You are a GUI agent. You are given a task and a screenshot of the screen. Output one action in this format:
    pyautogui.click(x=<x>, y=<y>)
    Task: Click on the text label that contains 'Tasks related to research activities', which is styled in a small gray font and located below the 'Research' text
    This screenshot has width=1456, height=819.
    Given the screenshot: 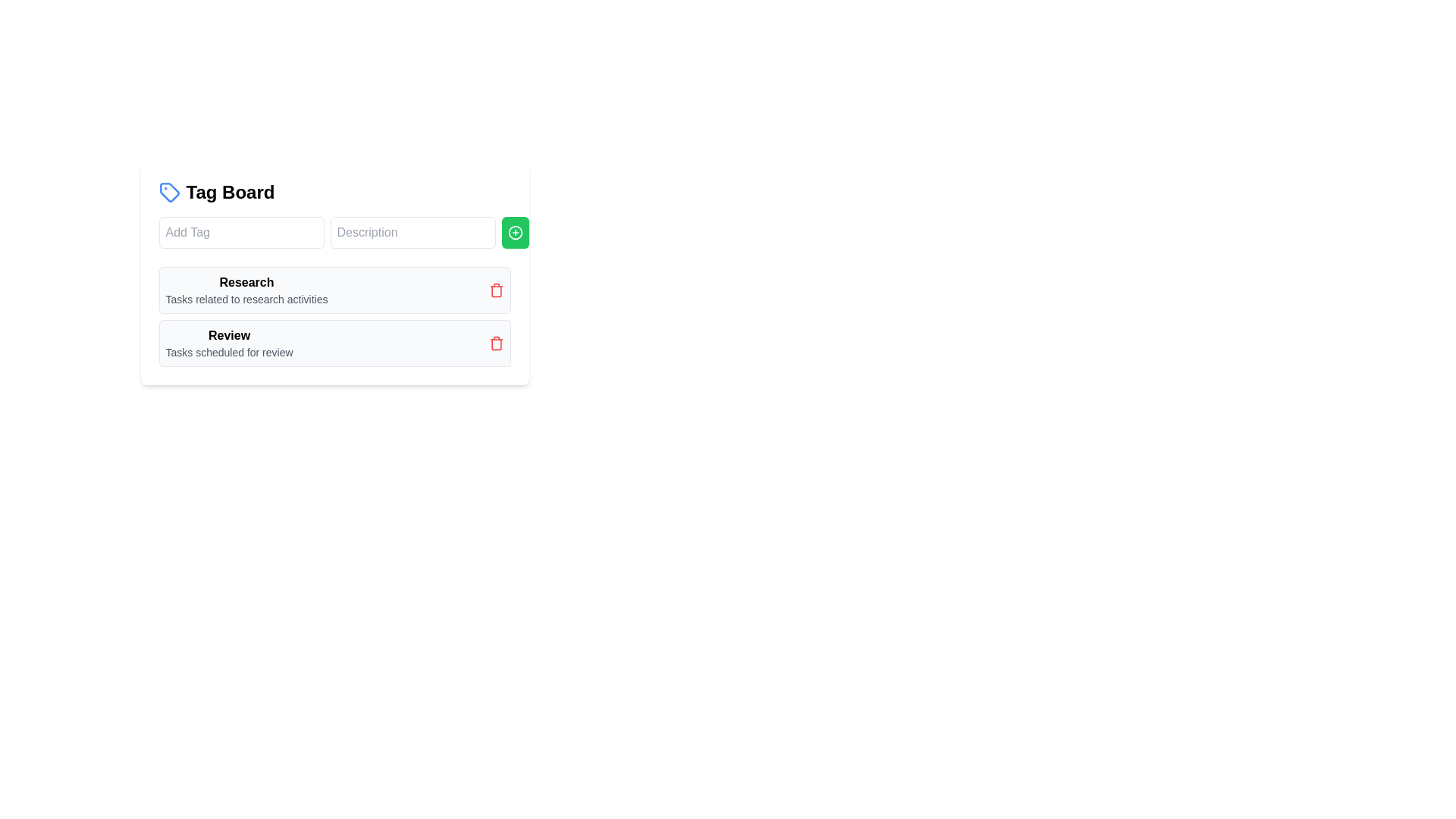 What is the action you would take?
    pyautogui.click(x=246, y=299)
    